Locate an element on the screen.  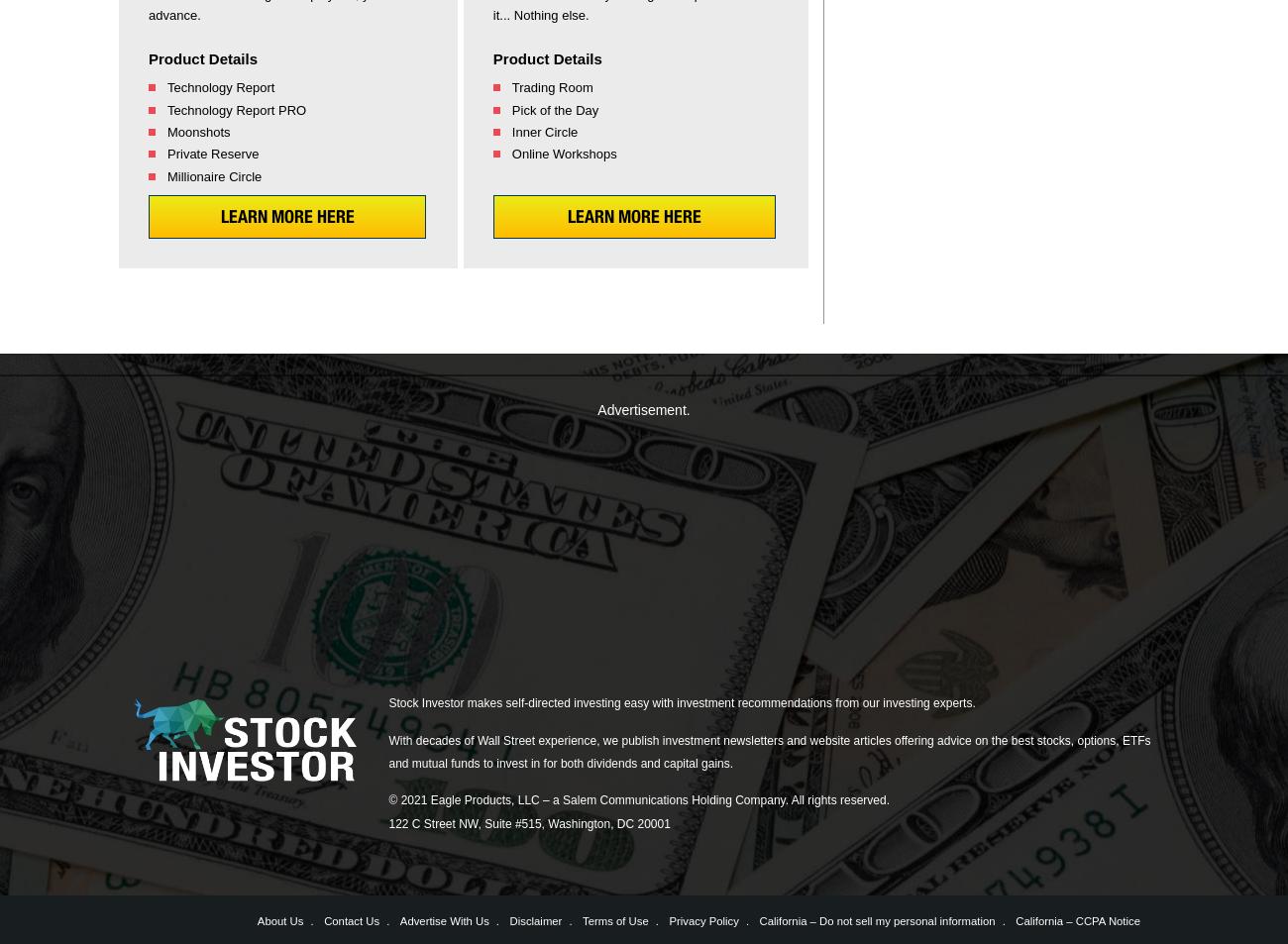
'Terms of Use' is located at coordinates (615, 921).